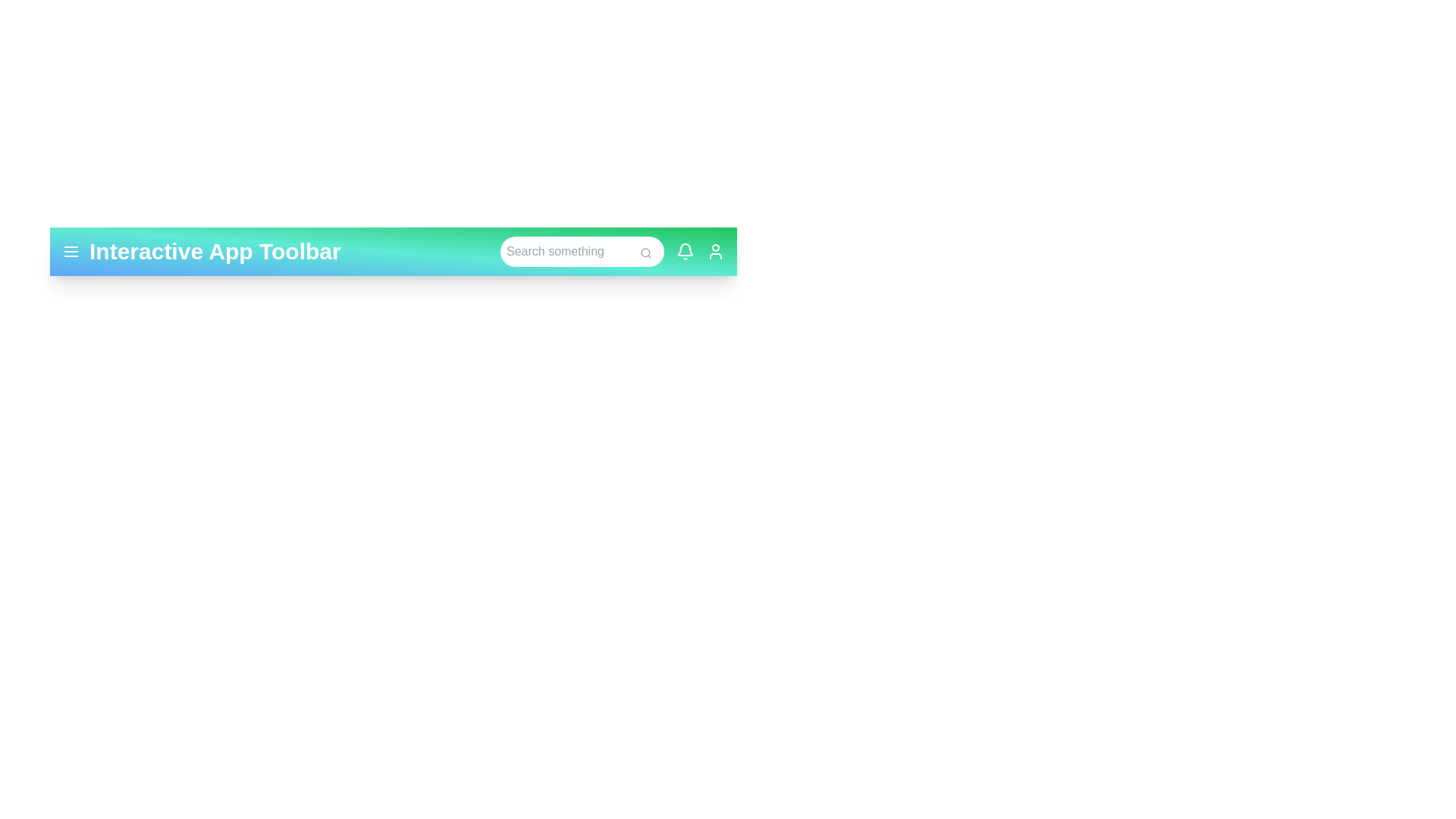 This screenshot has width=1456, height=819. I want to click on the menu icon to expand navigation options, so click(71, 250).